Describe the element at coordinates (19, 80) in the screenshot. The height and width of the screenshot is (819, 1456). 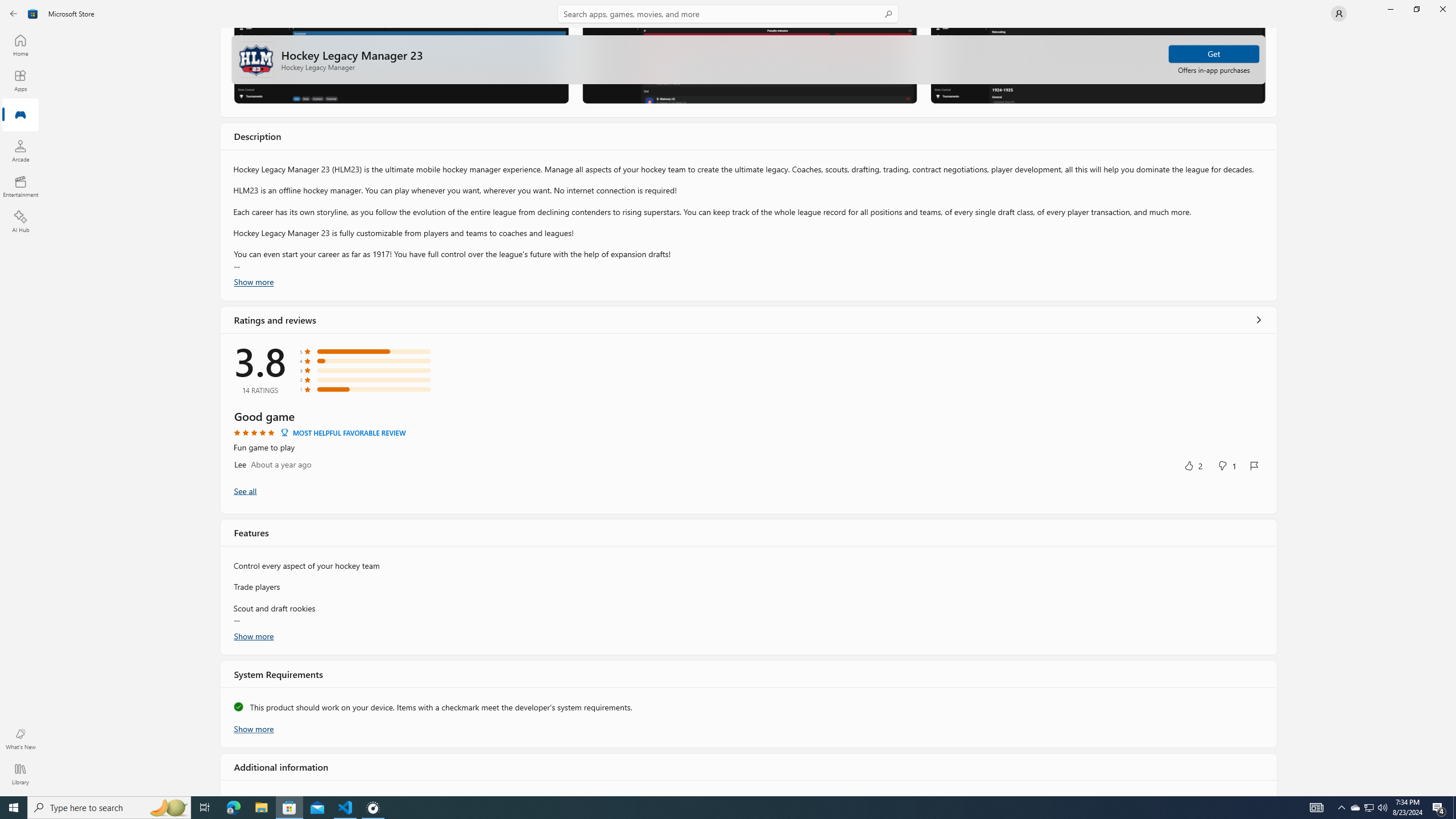
I see `'Apps'` at that location.